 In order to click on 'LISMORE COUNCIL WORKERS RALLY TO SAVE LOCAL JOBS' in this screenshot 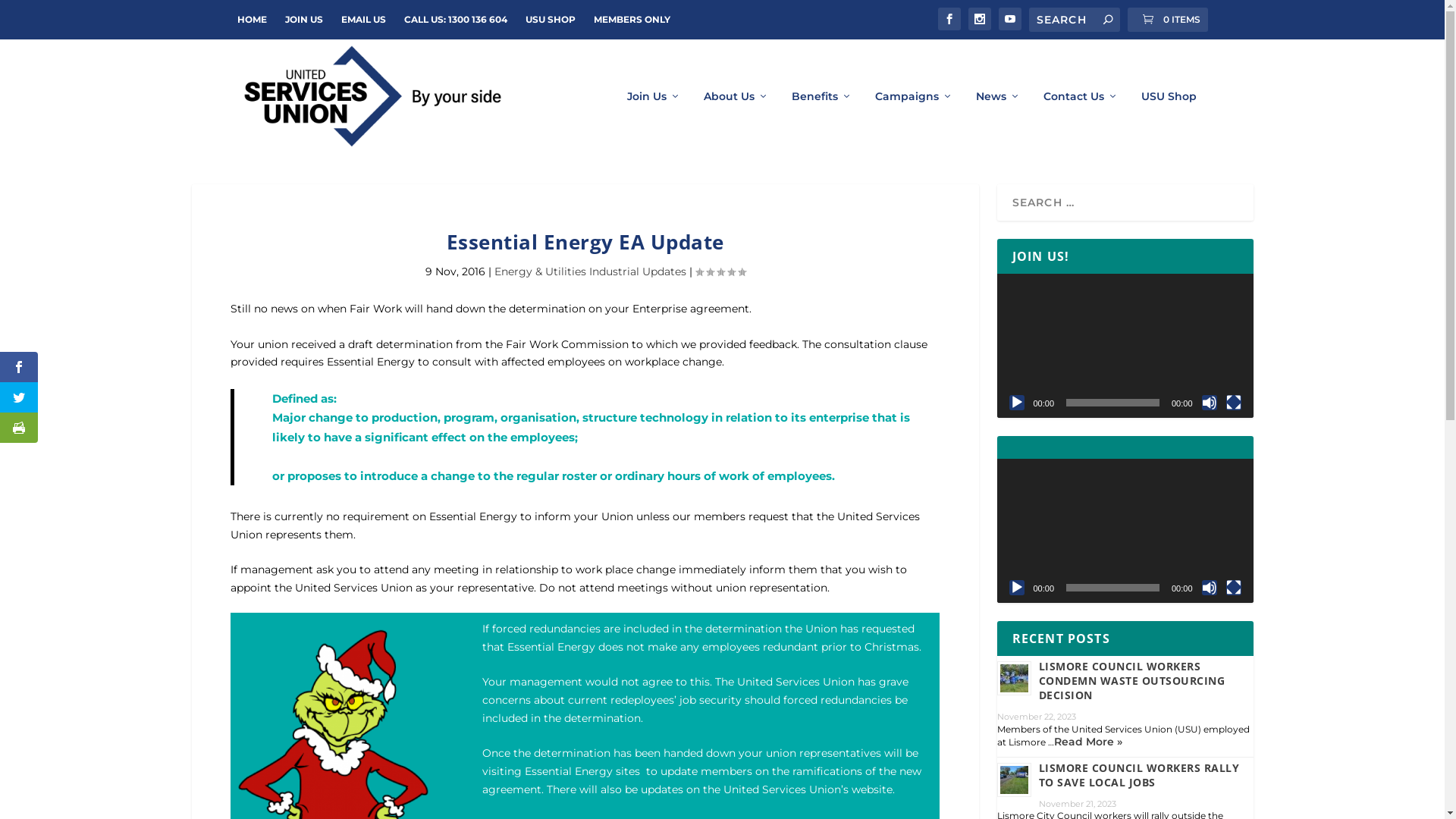, I will do `click(1139, 775)`.